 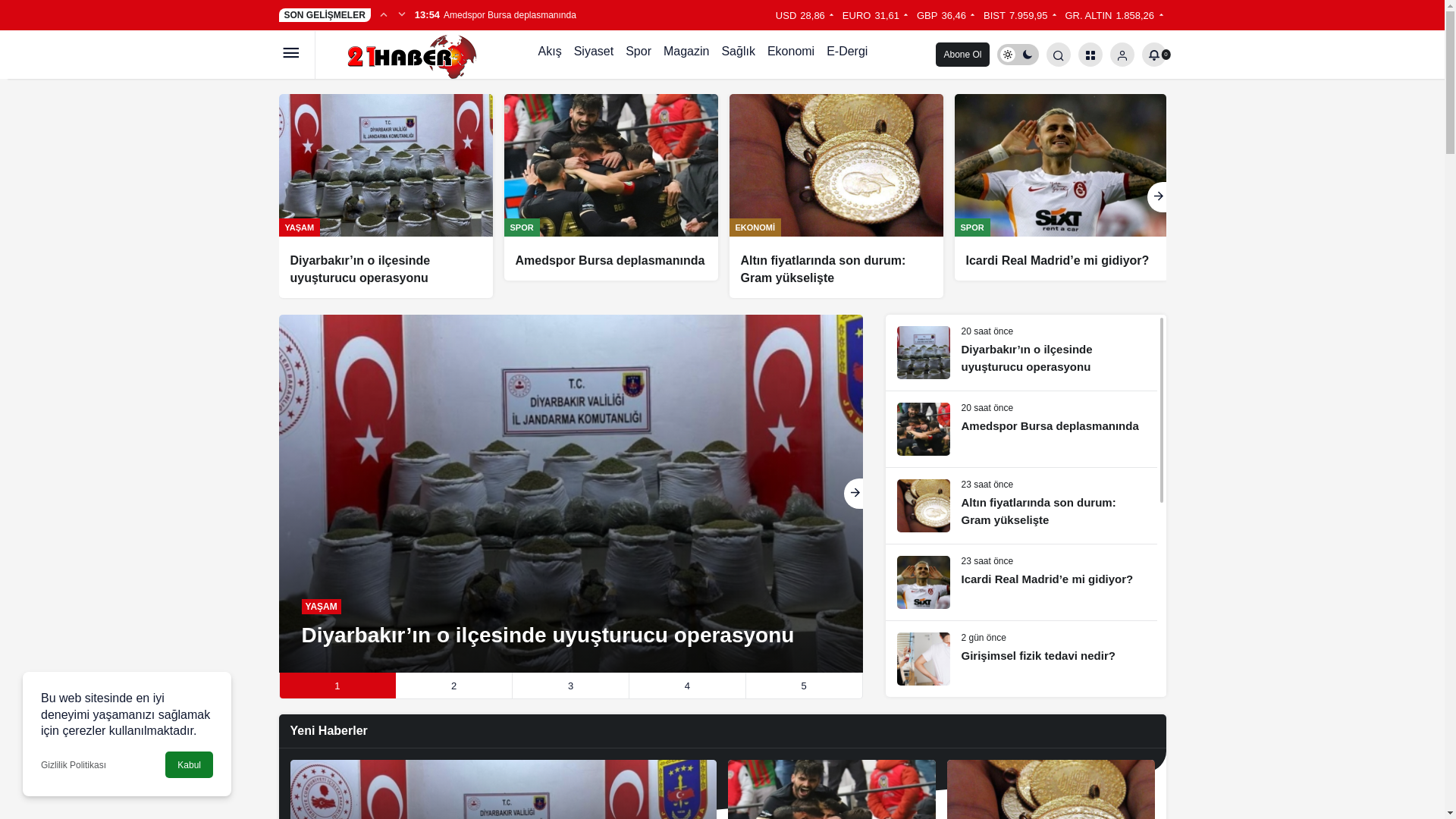 I want to click on '5', so click(x=800, y=686).